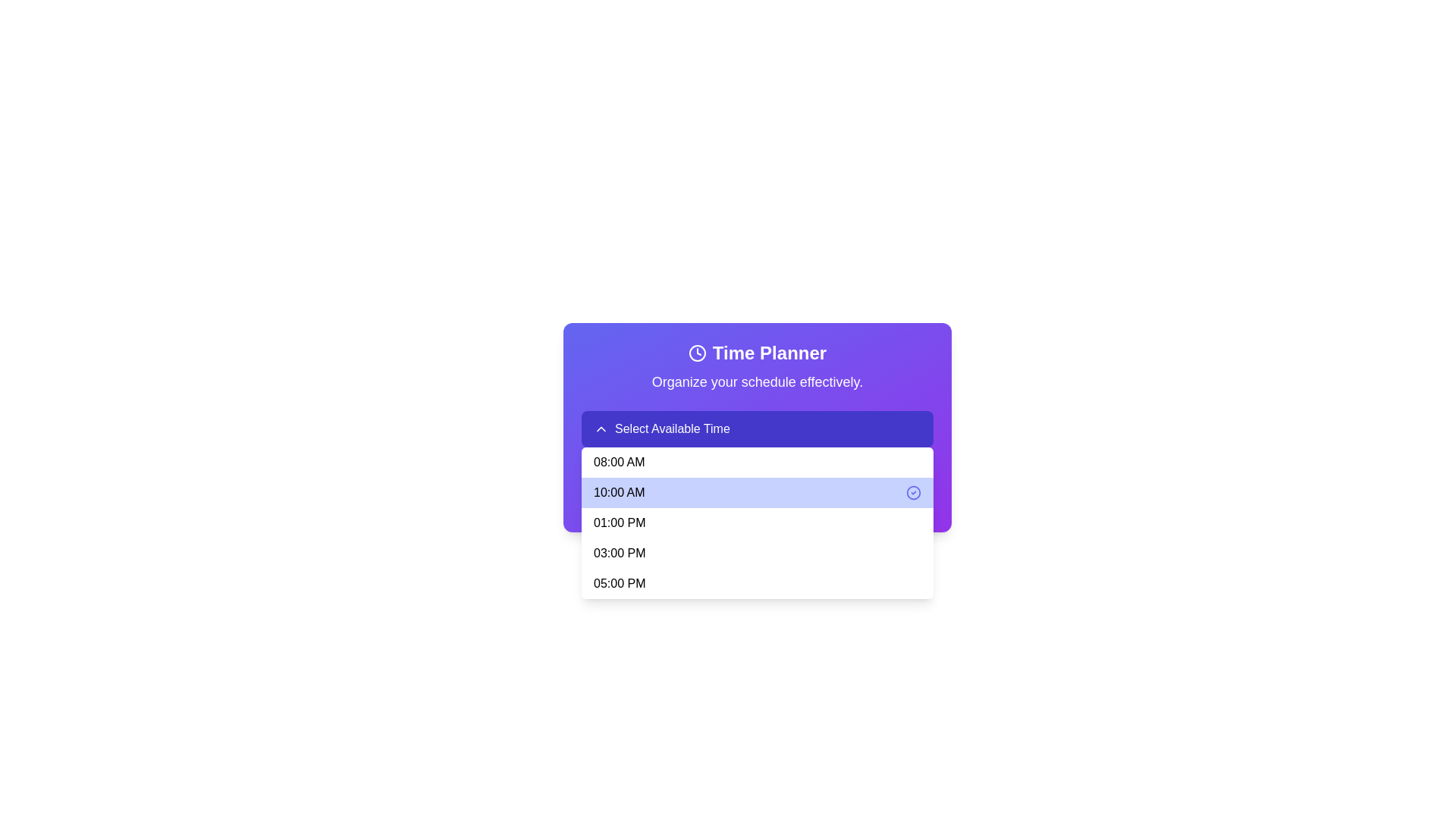 The image size is (1456, 819). I want to click on the highlighted time option '10:00 AM' in the dropdown menu labeled 'Select Available Time', so click(757, 429).